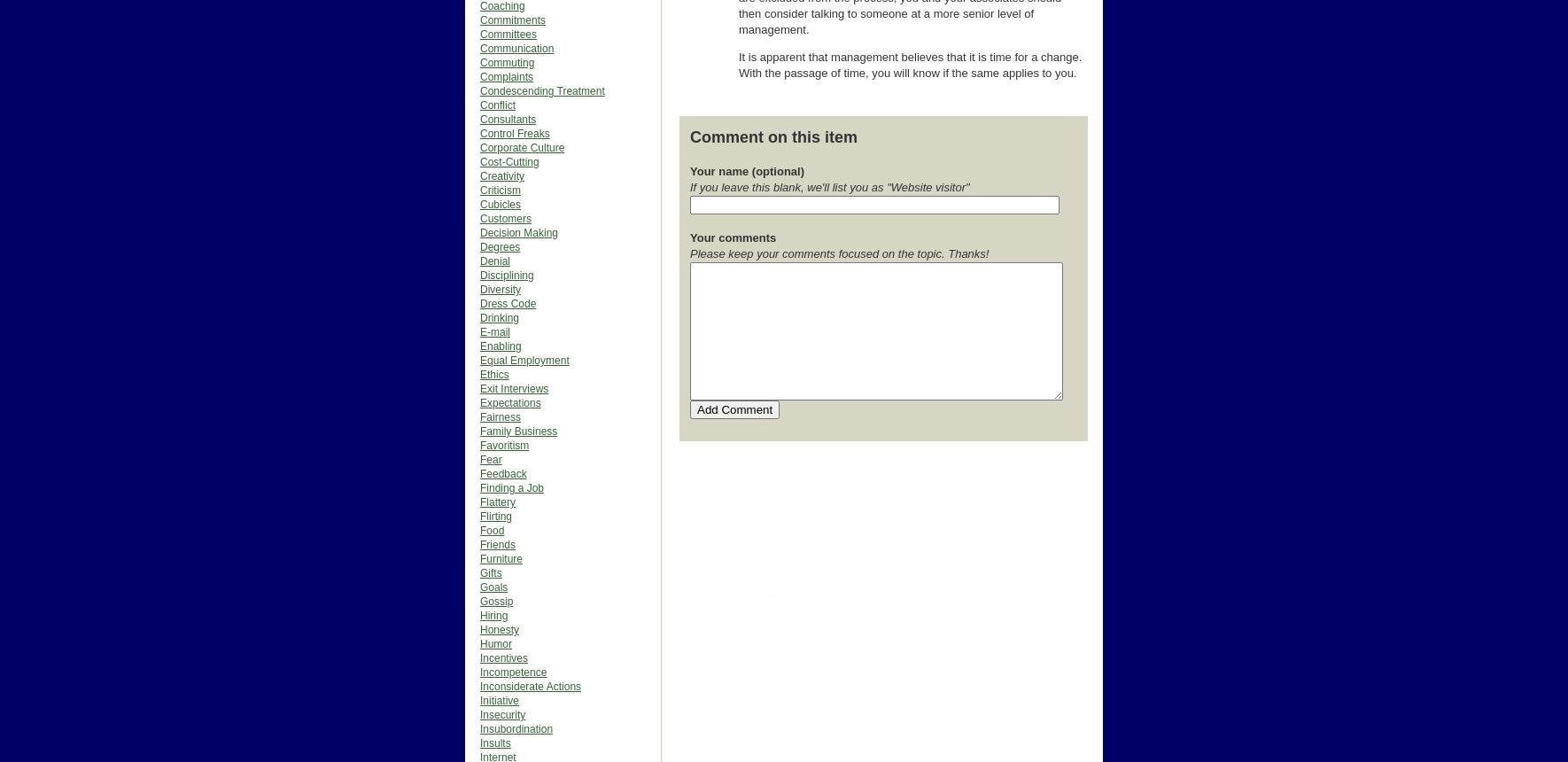 Image resolution: width=1568 pixels, height=762 pixels. What do you see at coordinates (496, 642) in the screenshot?
I see `'Humor'` at bounding box center [496, 642].